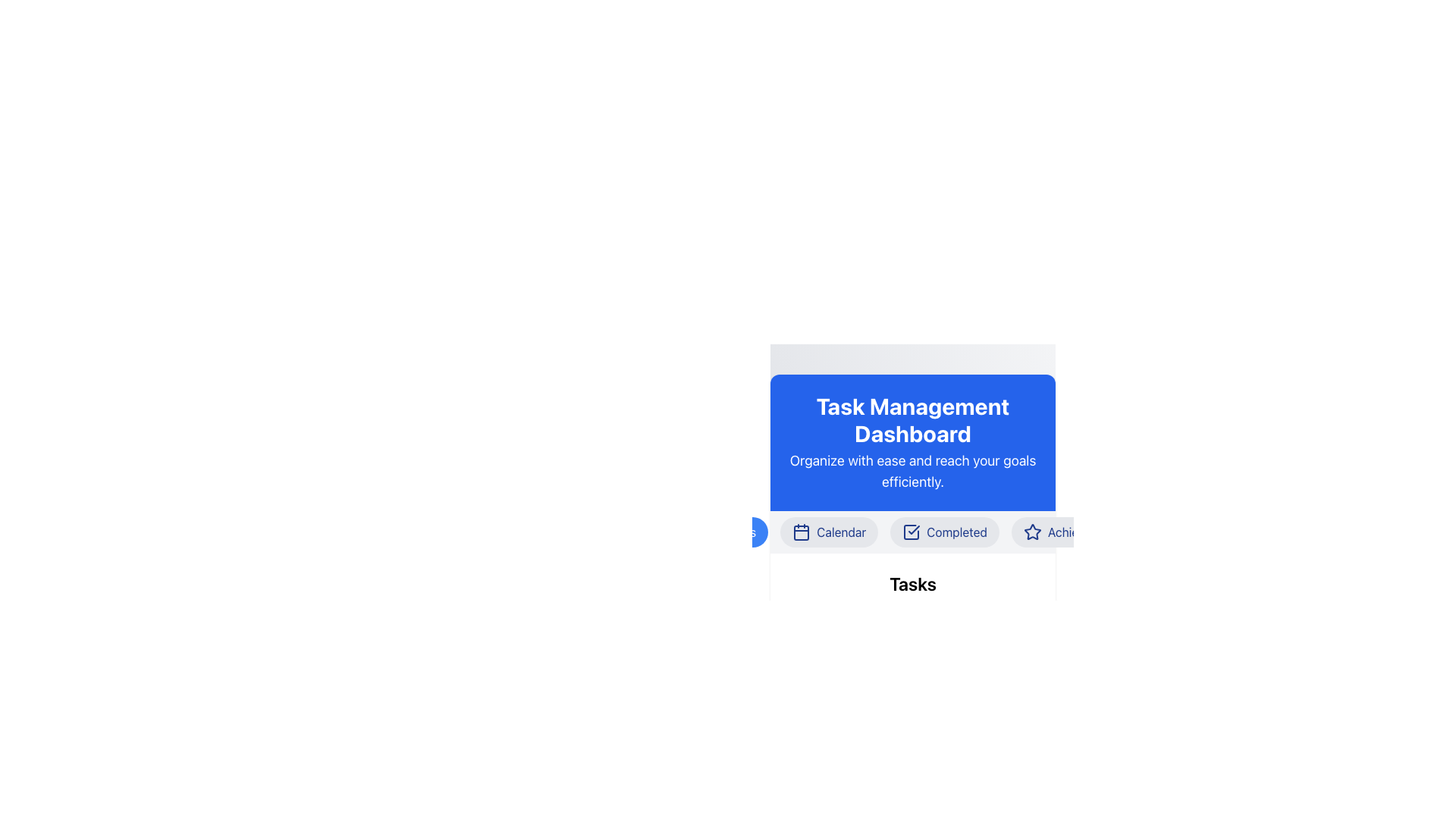 The width and height of the screenshot is (1456, 819). What do you see at coordinates (1031, 531) in the screenshot?
I see `the star icon located on the far right side of the group of interactive icons in the Task Management Dashboard` at bounding box center [1031, 531].